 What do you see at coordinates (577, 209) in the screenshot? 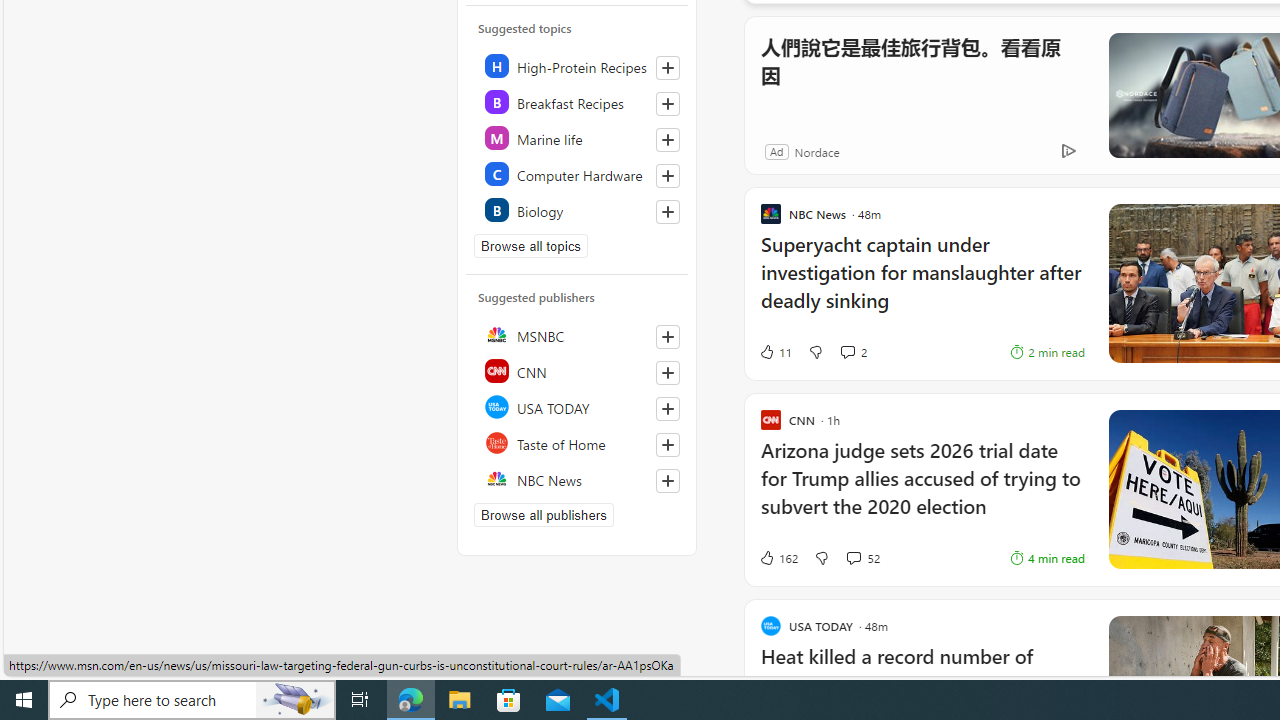
I see `'Class: highlight'` at bounding box center [577, 209].